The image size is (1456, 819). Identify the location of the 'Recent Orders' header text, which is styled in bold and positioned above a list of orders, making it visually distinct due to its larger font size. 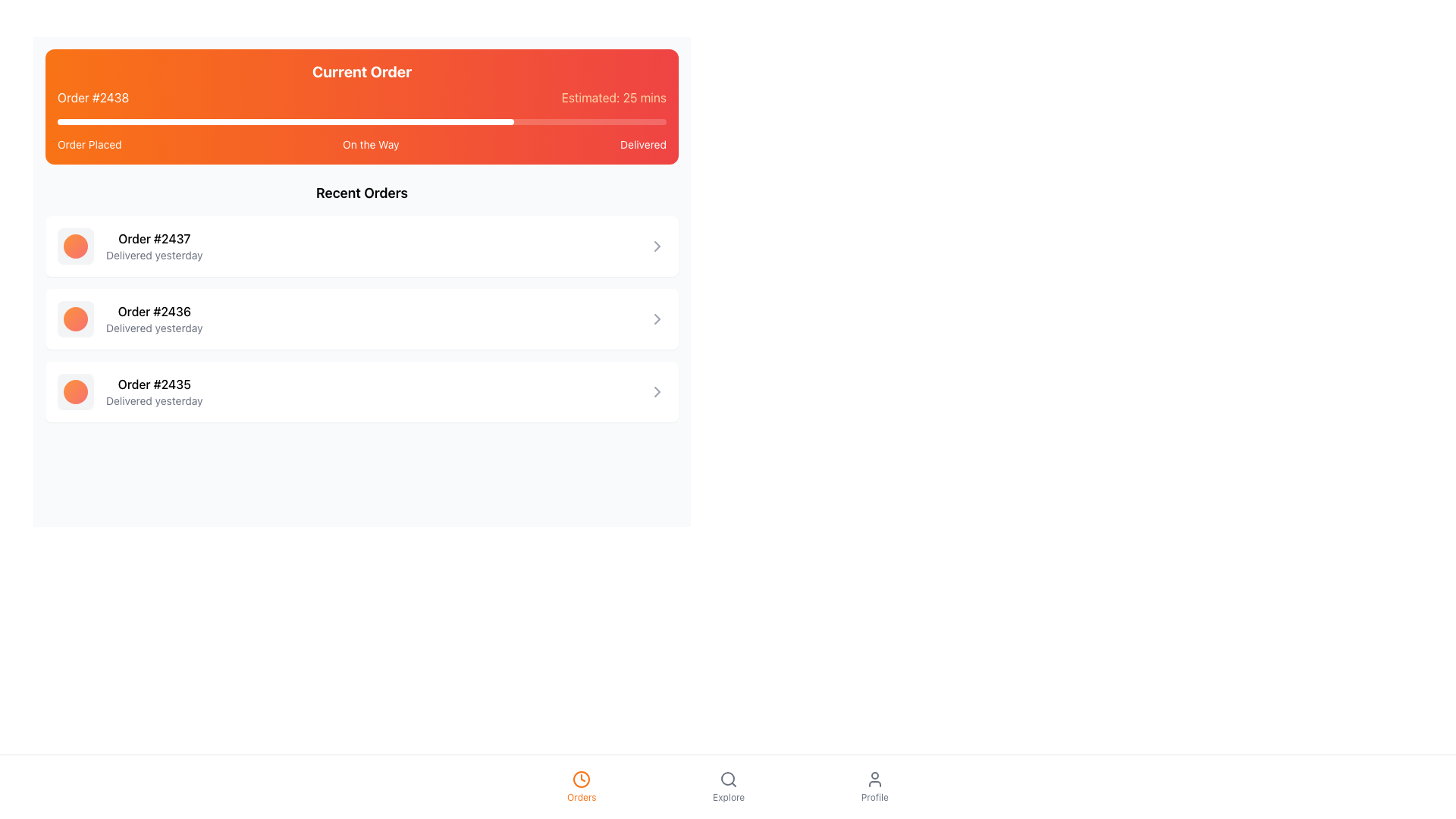
(361, 192).